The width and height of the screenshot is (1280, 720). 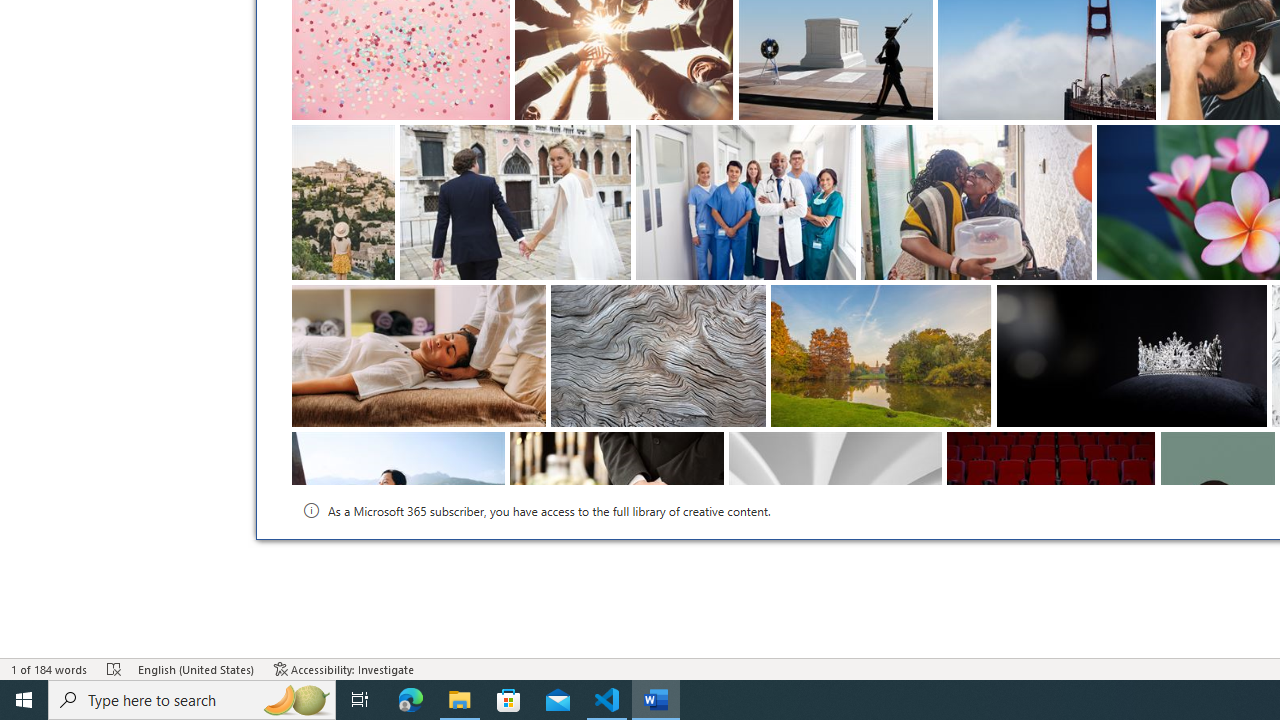 I want to click on 'Spelling and Grammar Check Errors', so click(x=113, y=669).